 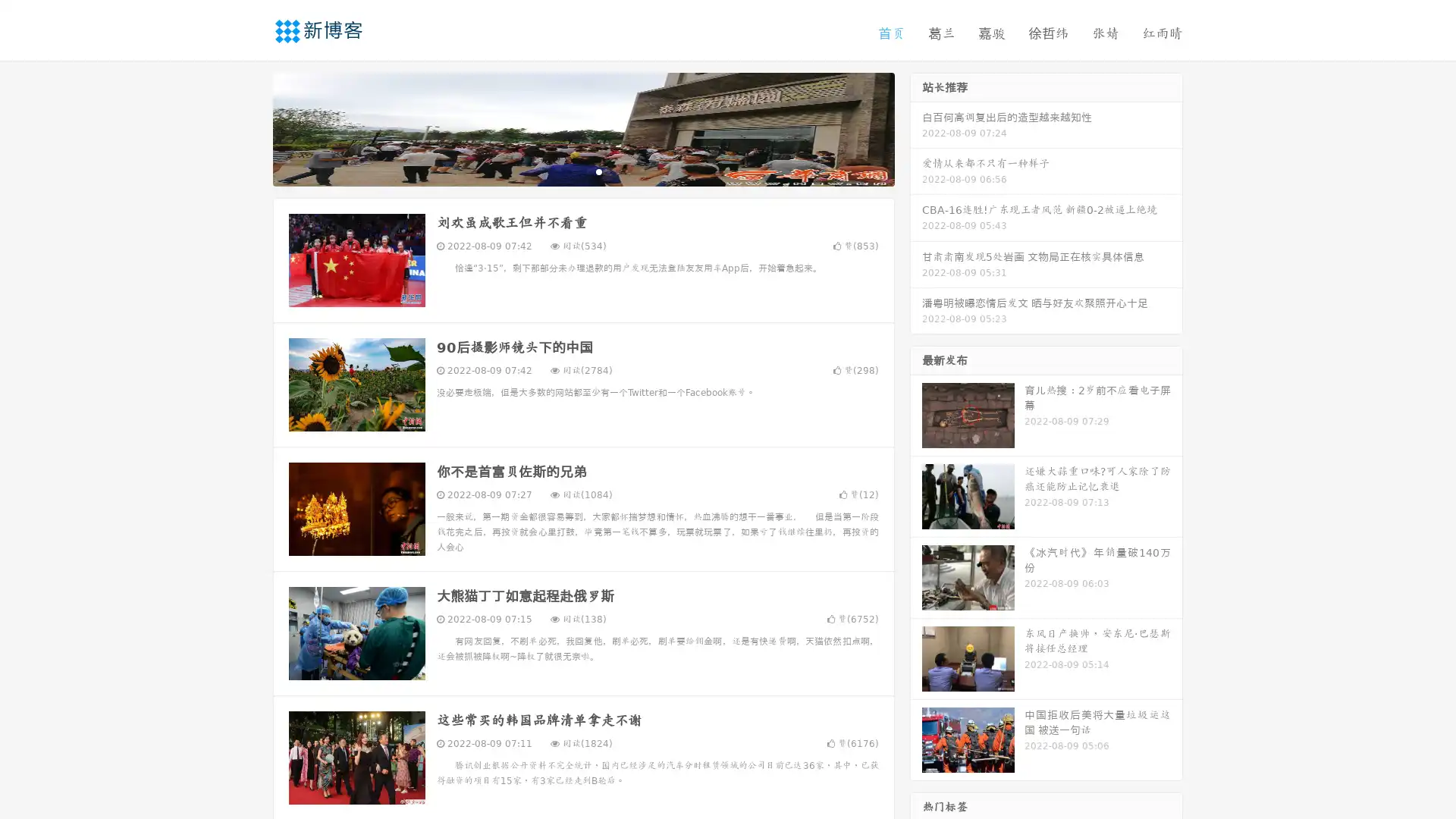 What do you see at coordinates (582, 171) in the screenshot?
I see `Go to slide 2` at bounding box center [582, 171].